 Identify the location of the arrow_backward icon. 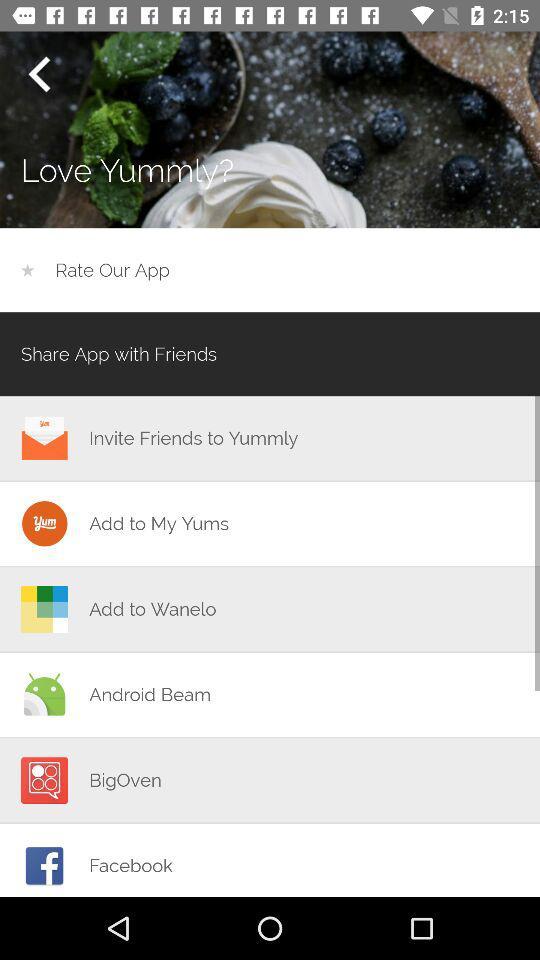
(38, 74).